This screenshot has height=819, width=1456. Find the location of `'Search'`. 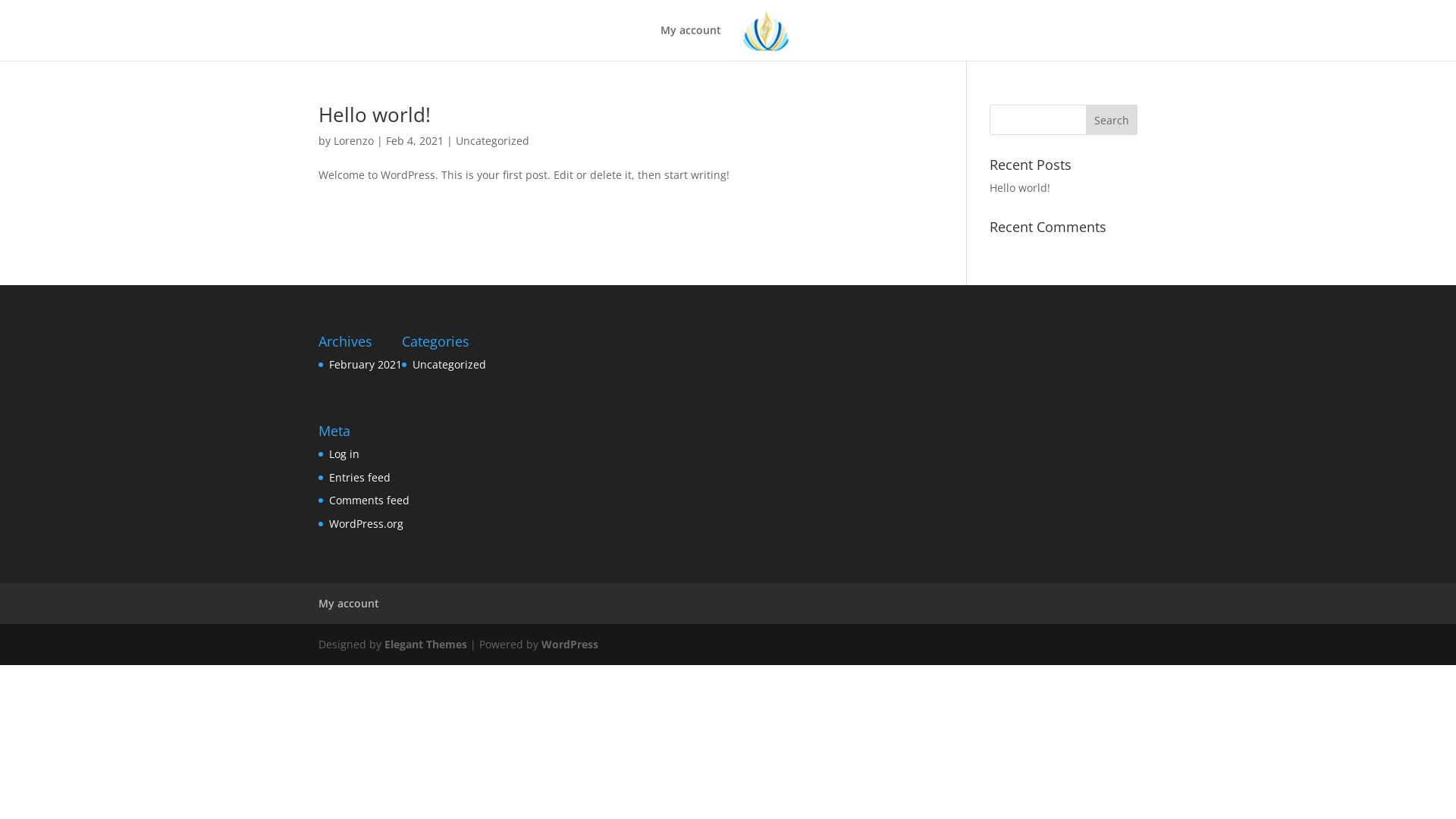

'Search' is located at coordinates (1111, 119).